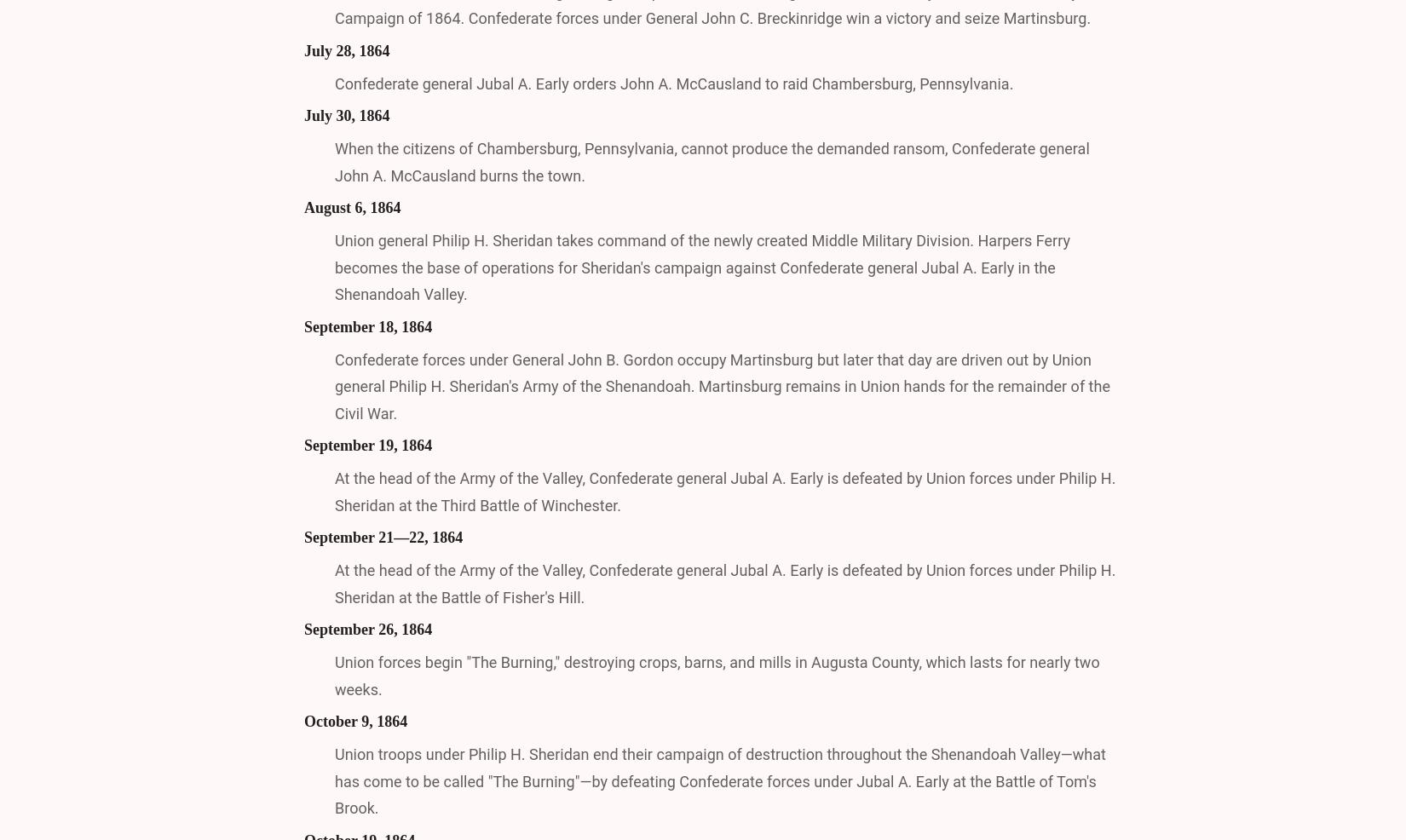 The image size is (1406, 840). What do you see at coordinates (347, 115) in the screenshot?
I see `'July 30, 1864'` at bounding box center [347, 115].